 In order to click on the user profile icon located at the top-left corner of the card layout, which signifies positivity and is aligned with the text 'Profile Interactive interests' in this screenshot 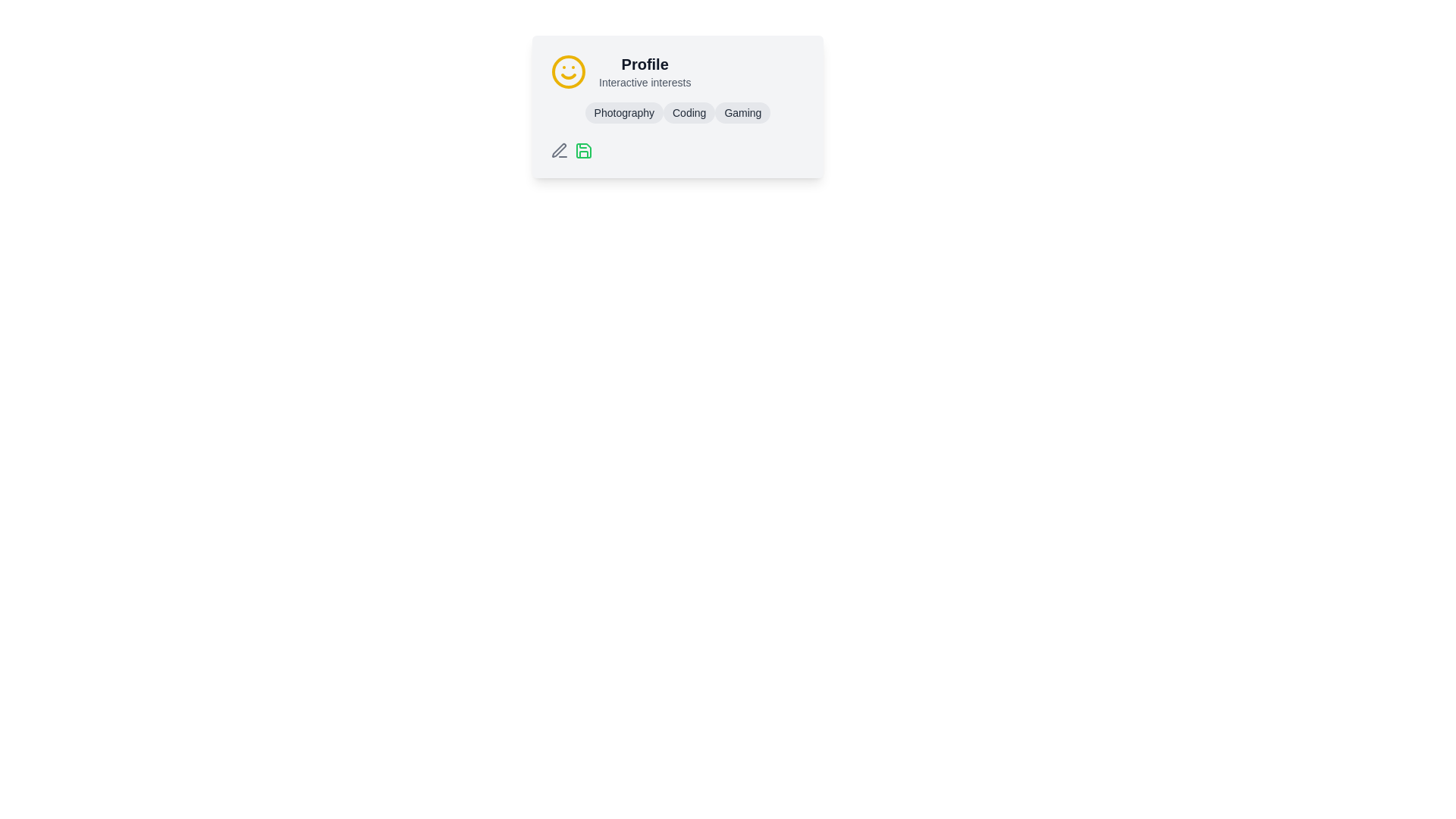, I will do `click(567, 72)`.